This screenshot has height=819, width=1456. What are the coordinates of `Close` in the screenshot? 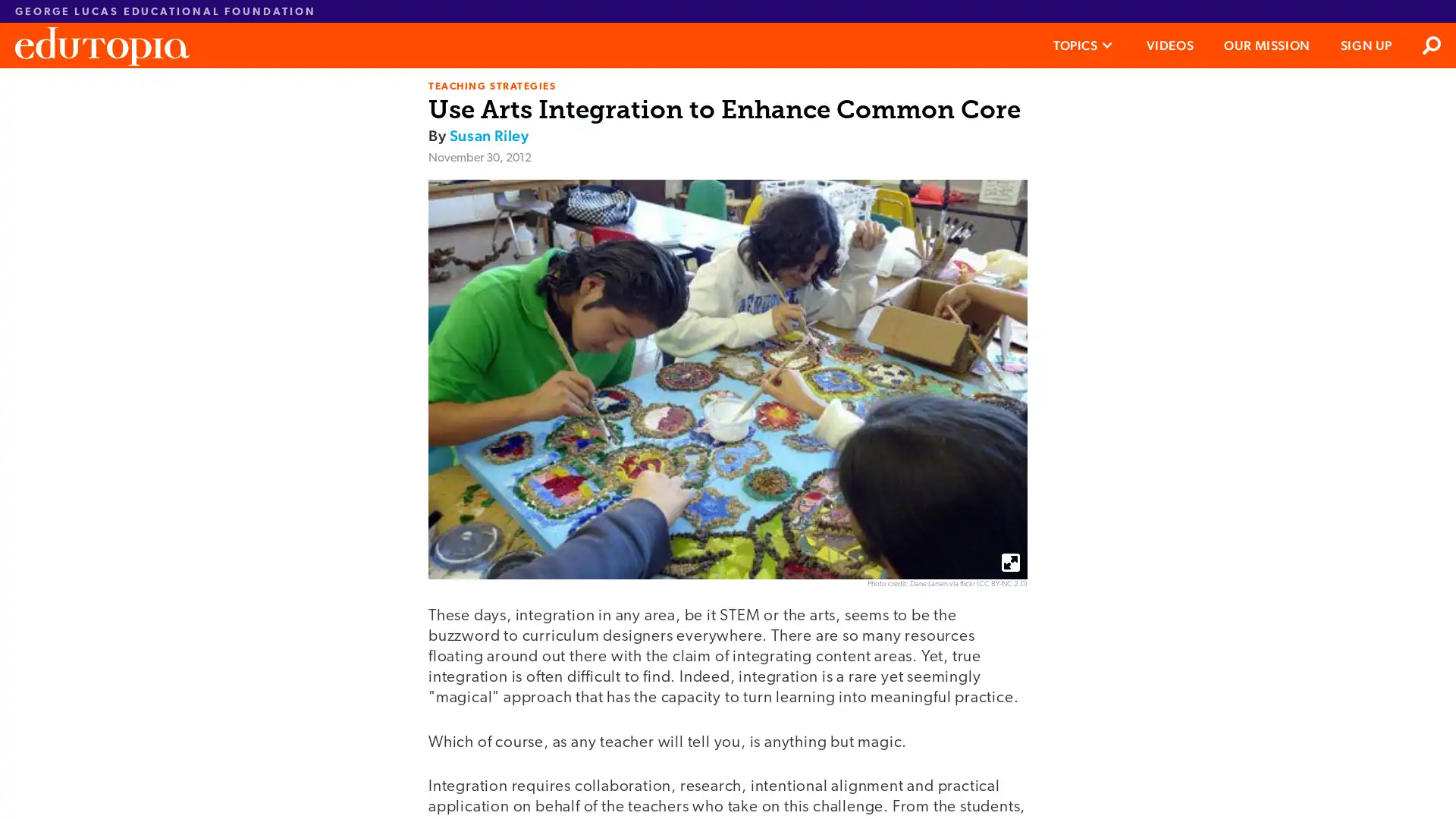 It's located at (931, 90).